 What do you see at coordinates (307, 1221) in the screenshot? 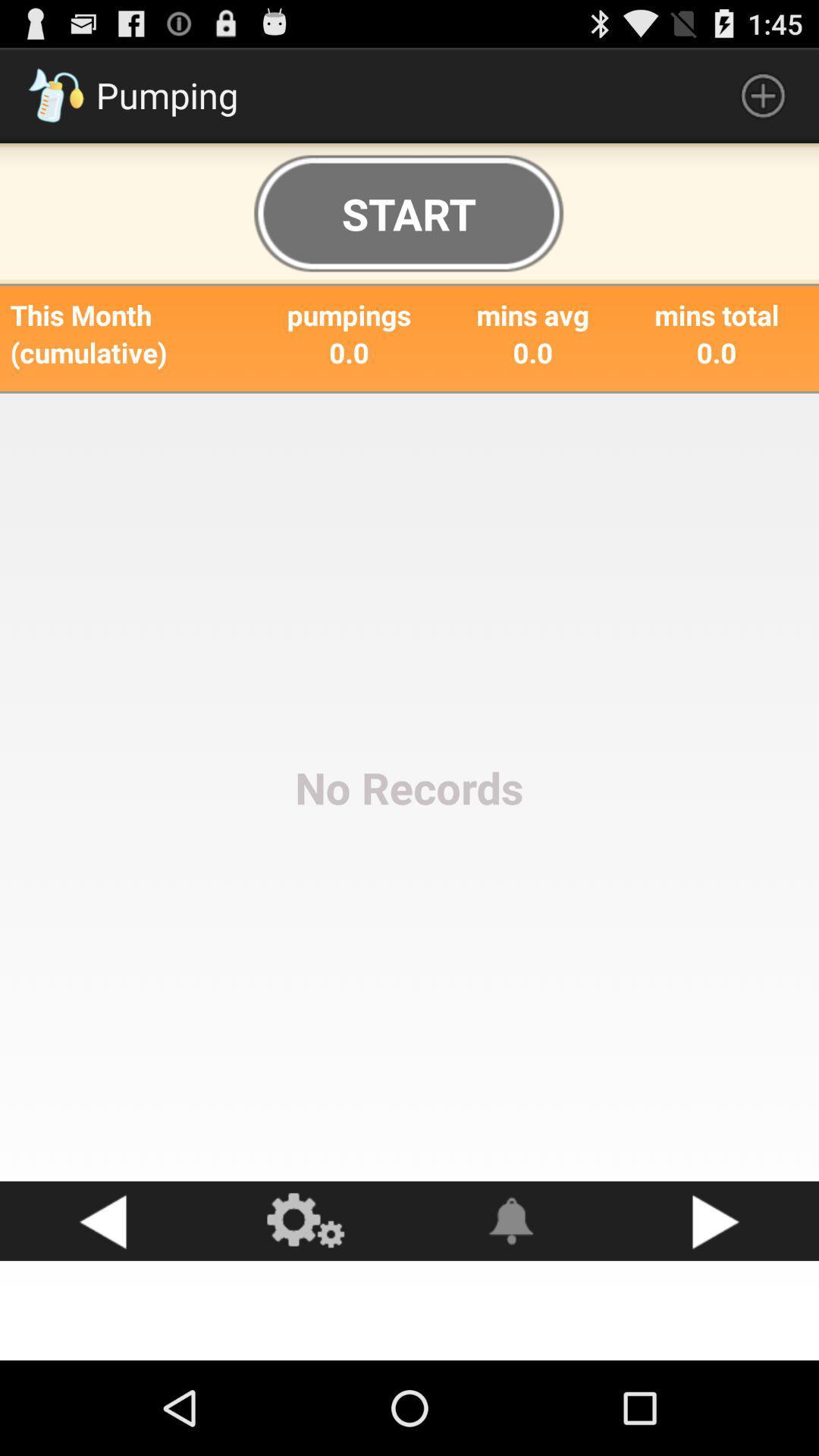
I see `get to settings` at bounding box center [307, 1221].